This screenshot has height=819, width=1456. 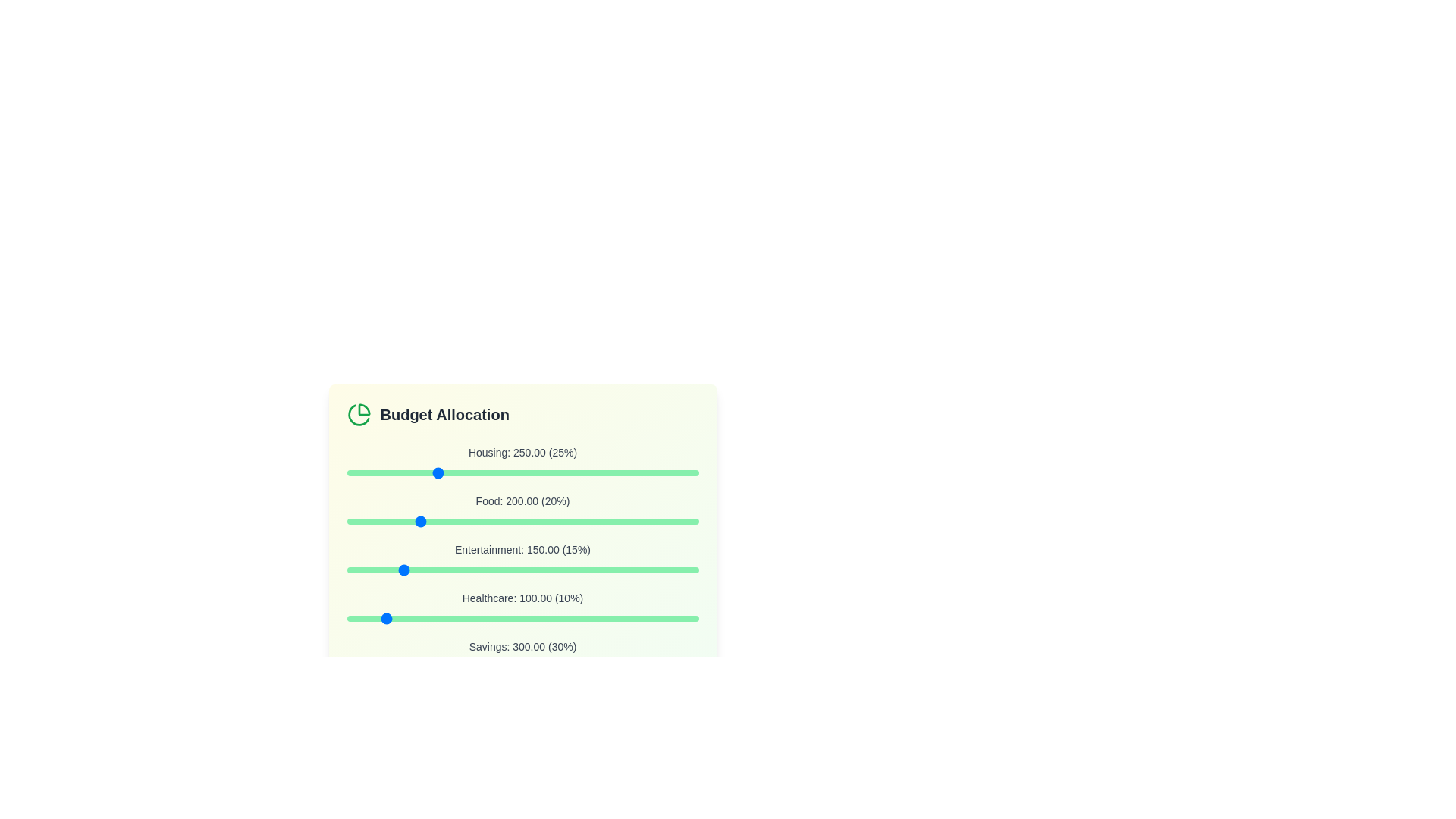 I want to click on the pie chart icon to explore additional functionality, so click(x=358, y=415).